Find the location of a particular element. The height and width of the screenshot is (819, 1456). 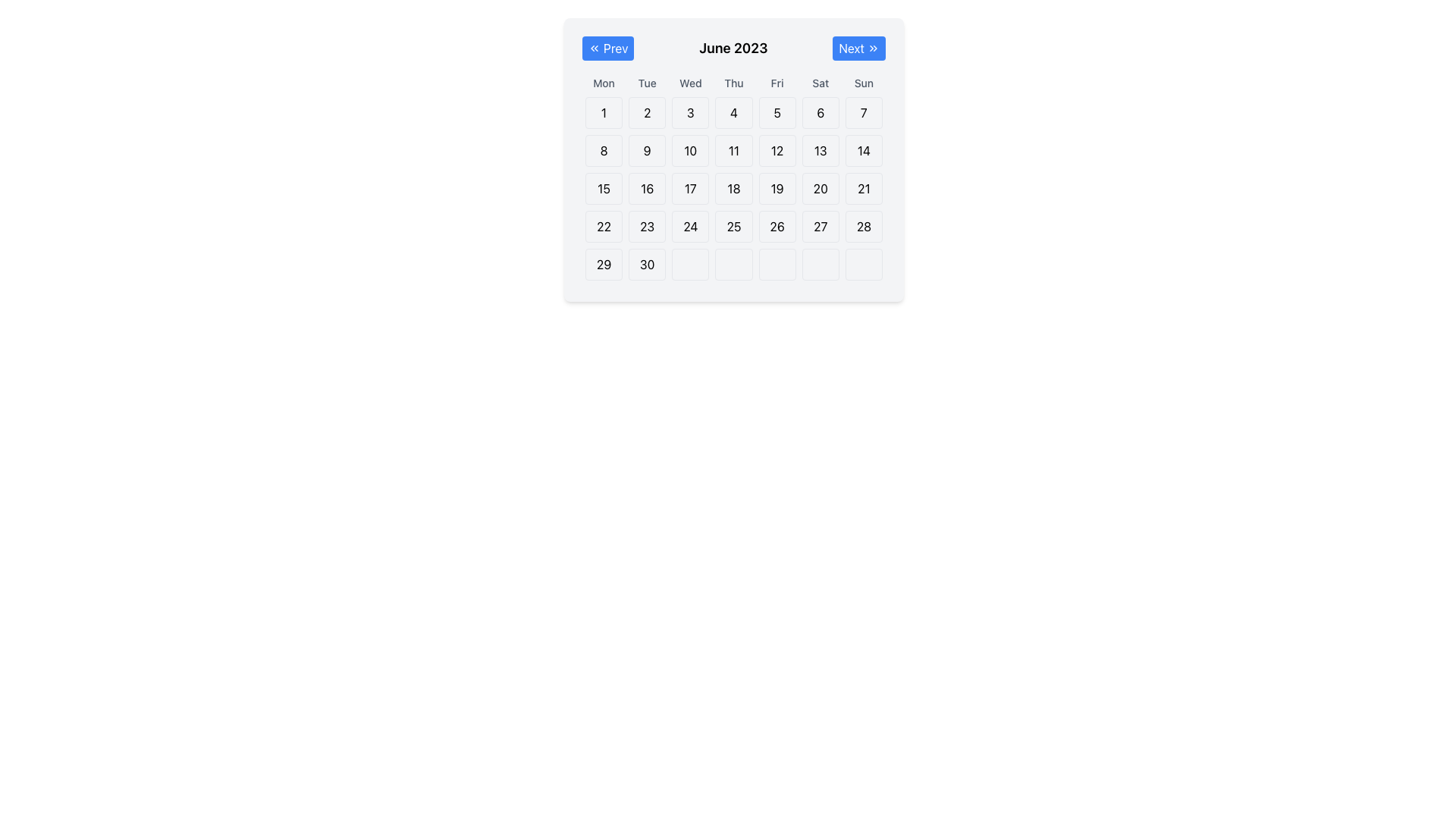

on the button displaying the number '24' in the calendar date grid is located at coordinates (689, 227).